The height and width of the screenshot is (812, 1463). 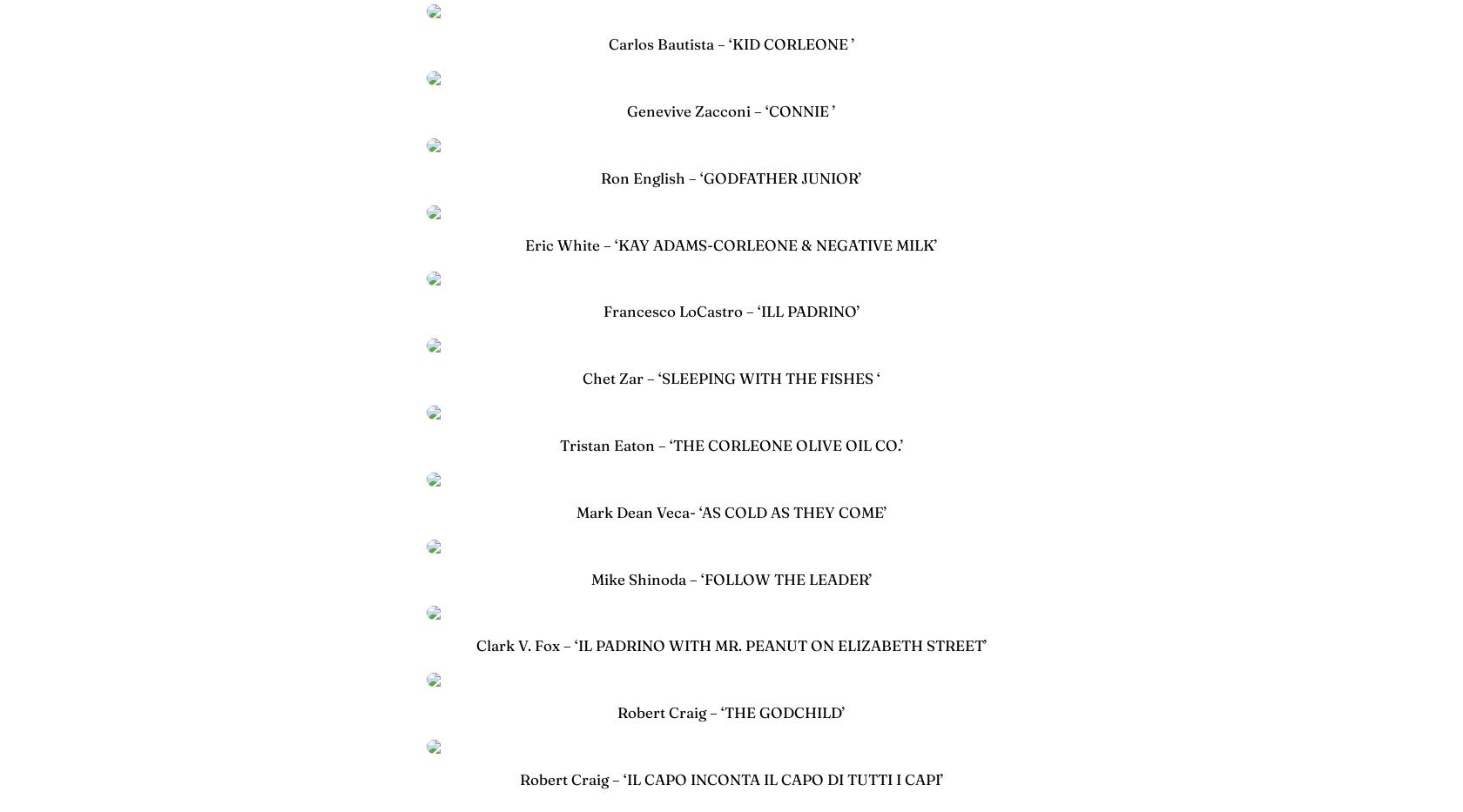 What do you see at coordinates (590, 577) in the screenshot?
I see `'Mike Shinoda – ‘FOLLOW THE LEADER’'` at bounding box center [590, 577].